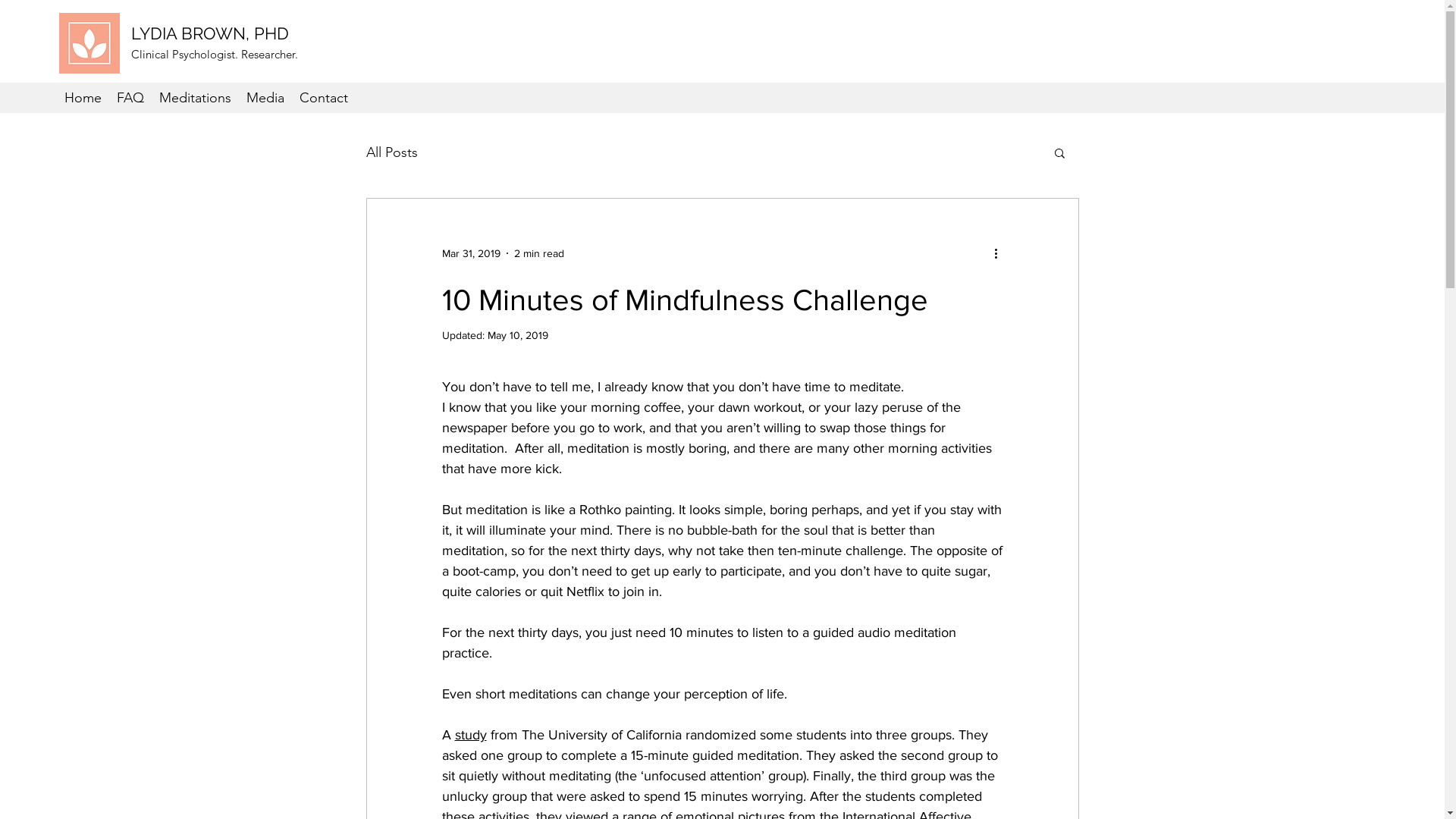 The width and height of the screenshot is (1456, 819). Describe the element at coordinates (130, 97) in the screenshot. I see `'FAQ'` at that location.